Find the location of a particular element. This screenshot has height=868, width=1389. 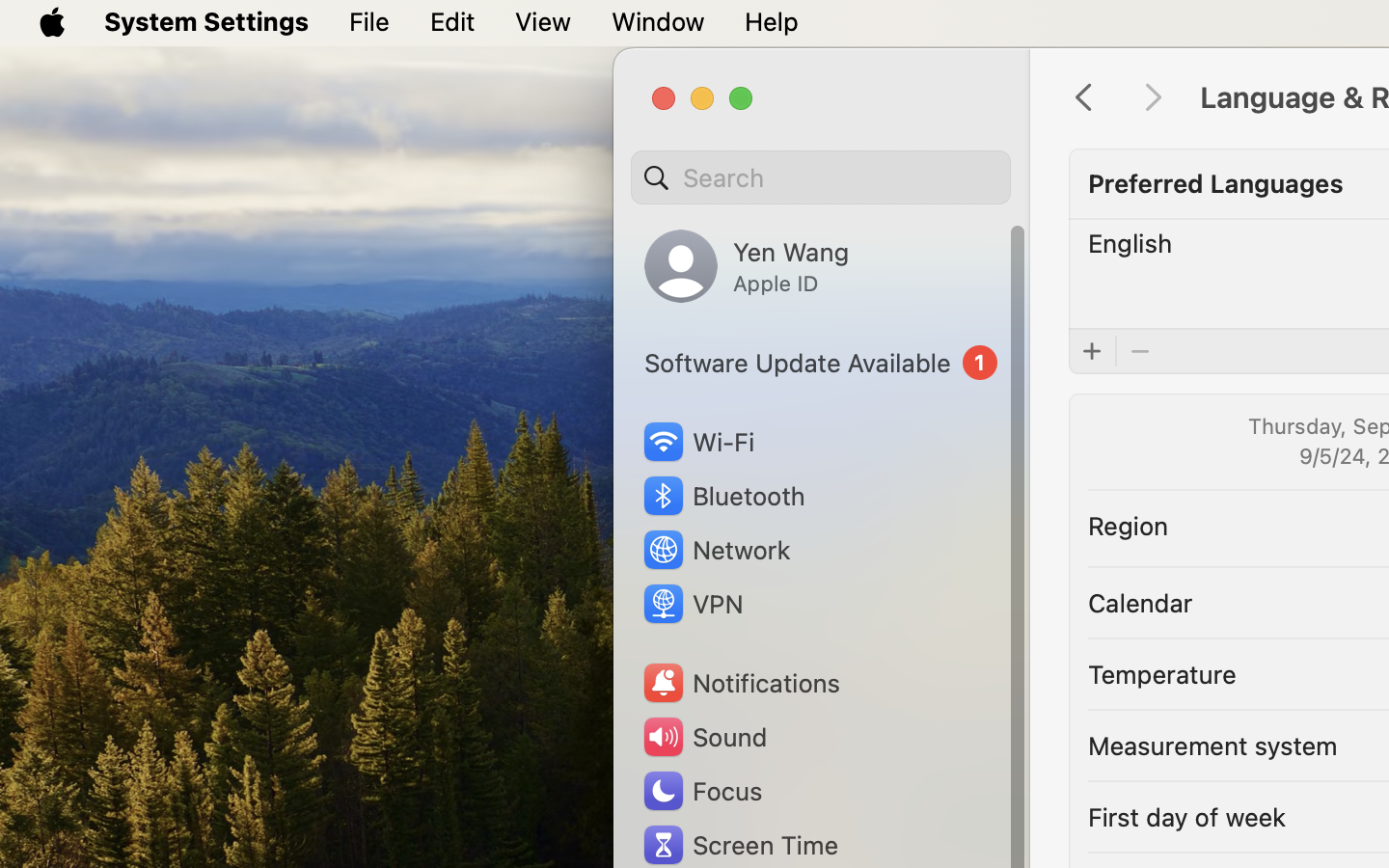

'Temperature' is located at coordinates (1160, 672).